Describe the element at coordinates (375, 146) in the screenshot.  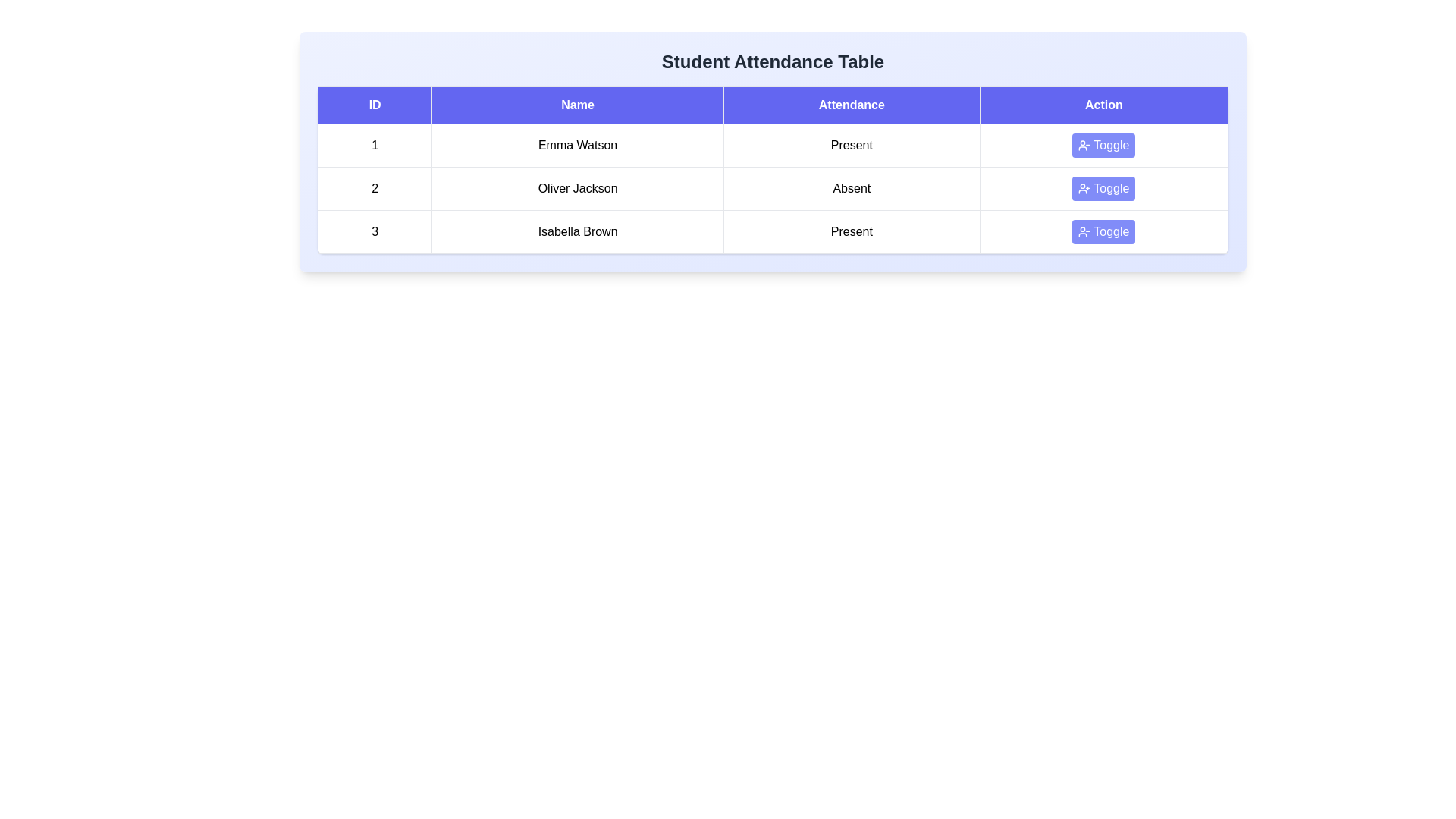
I see `the table cell containing the number '1' in the first row of the table, which is in the leftmost column labeled as 'ID'` at that location.